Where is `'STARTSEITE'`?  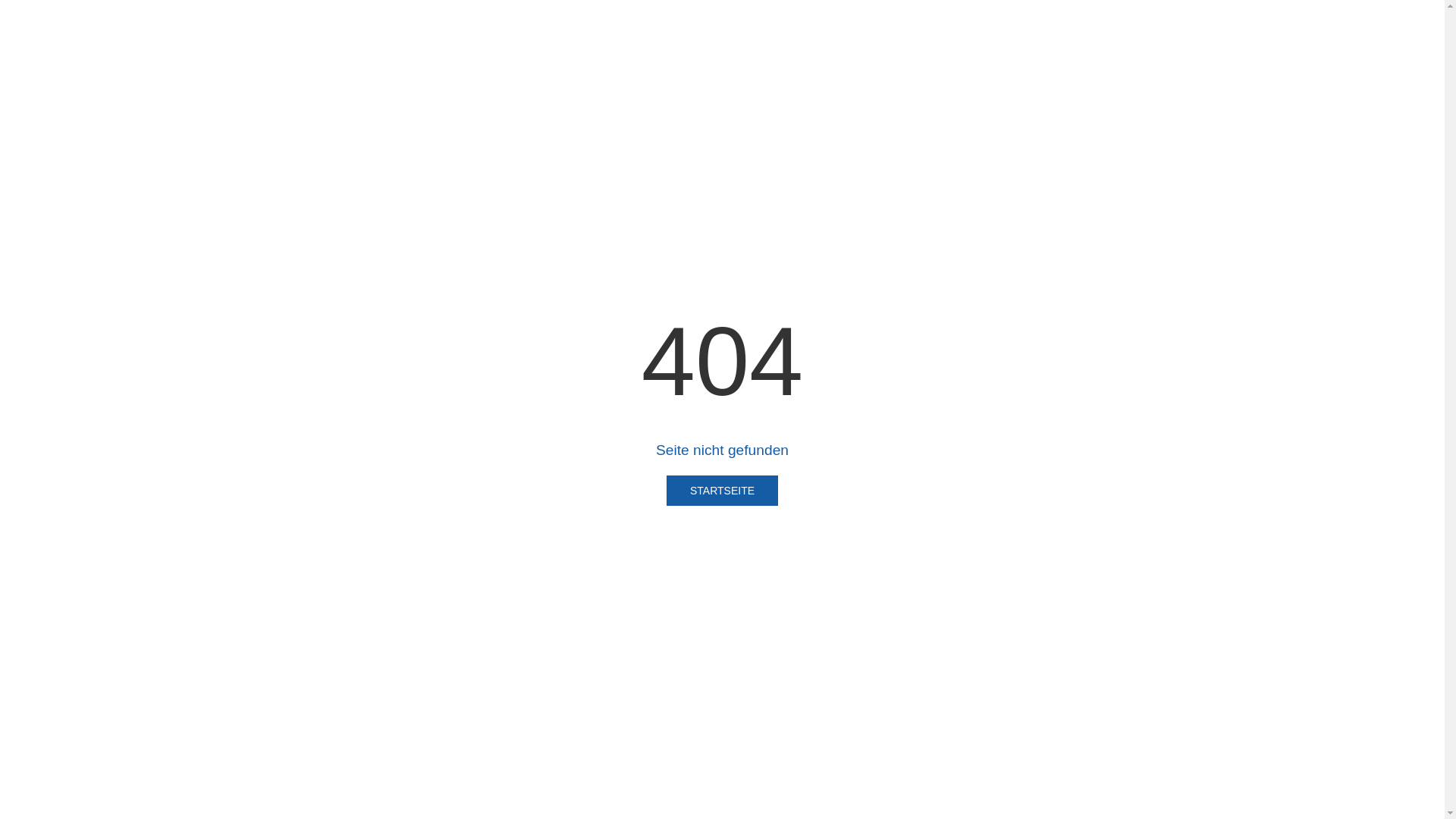 'STARTSEITE' is located at coordinates (721, 491).